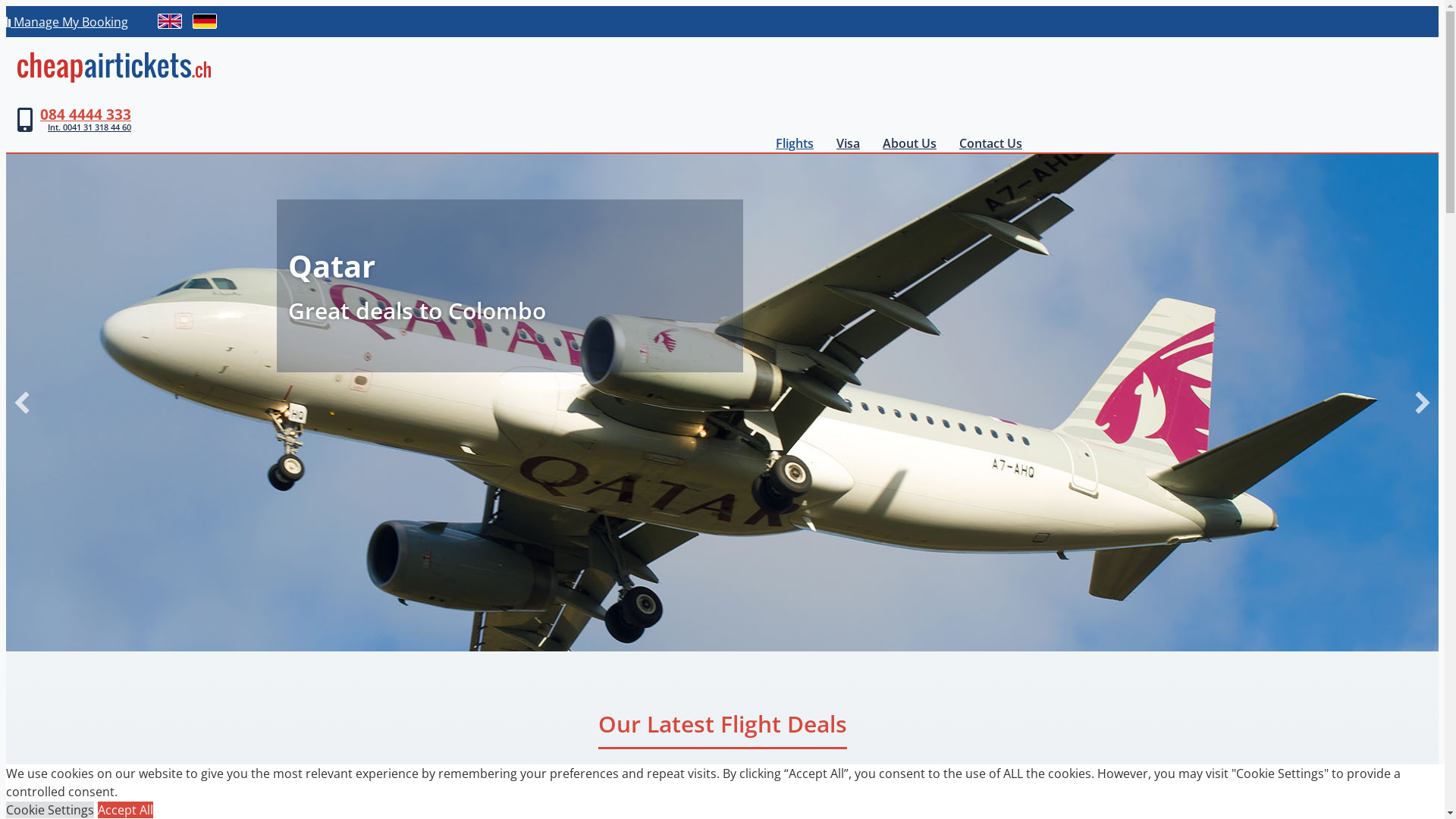  Describe the element at coordinates (990, 143) in the screenshot. I see `'Contact Us'` at that location.